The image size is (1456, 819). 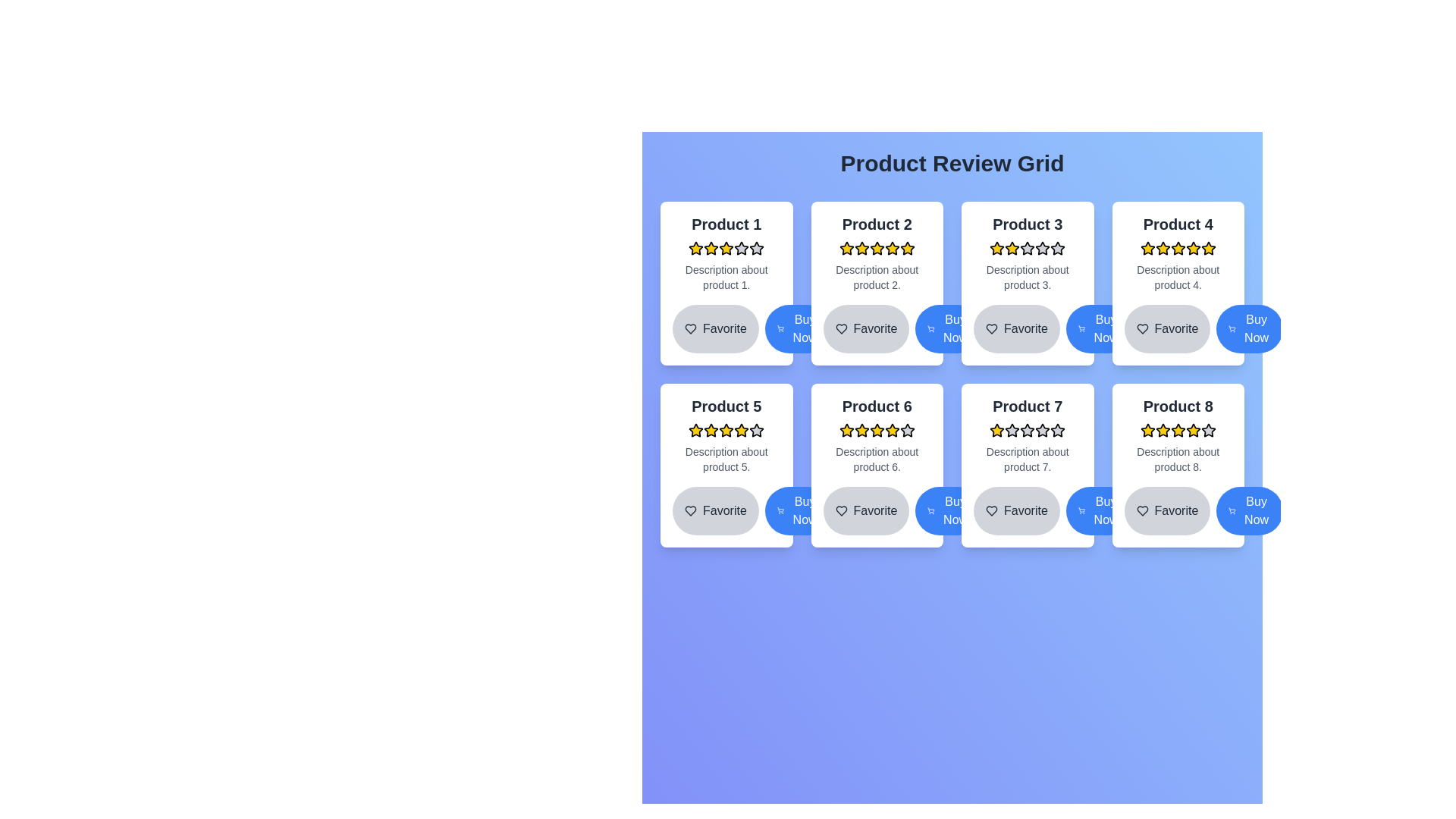 I want to click on the descriptive text block for 'Product 8' located at the bottom right corner of the grid view, positioned below the star rating and above the 'Favorite' button, so click(x=1177, y=458).